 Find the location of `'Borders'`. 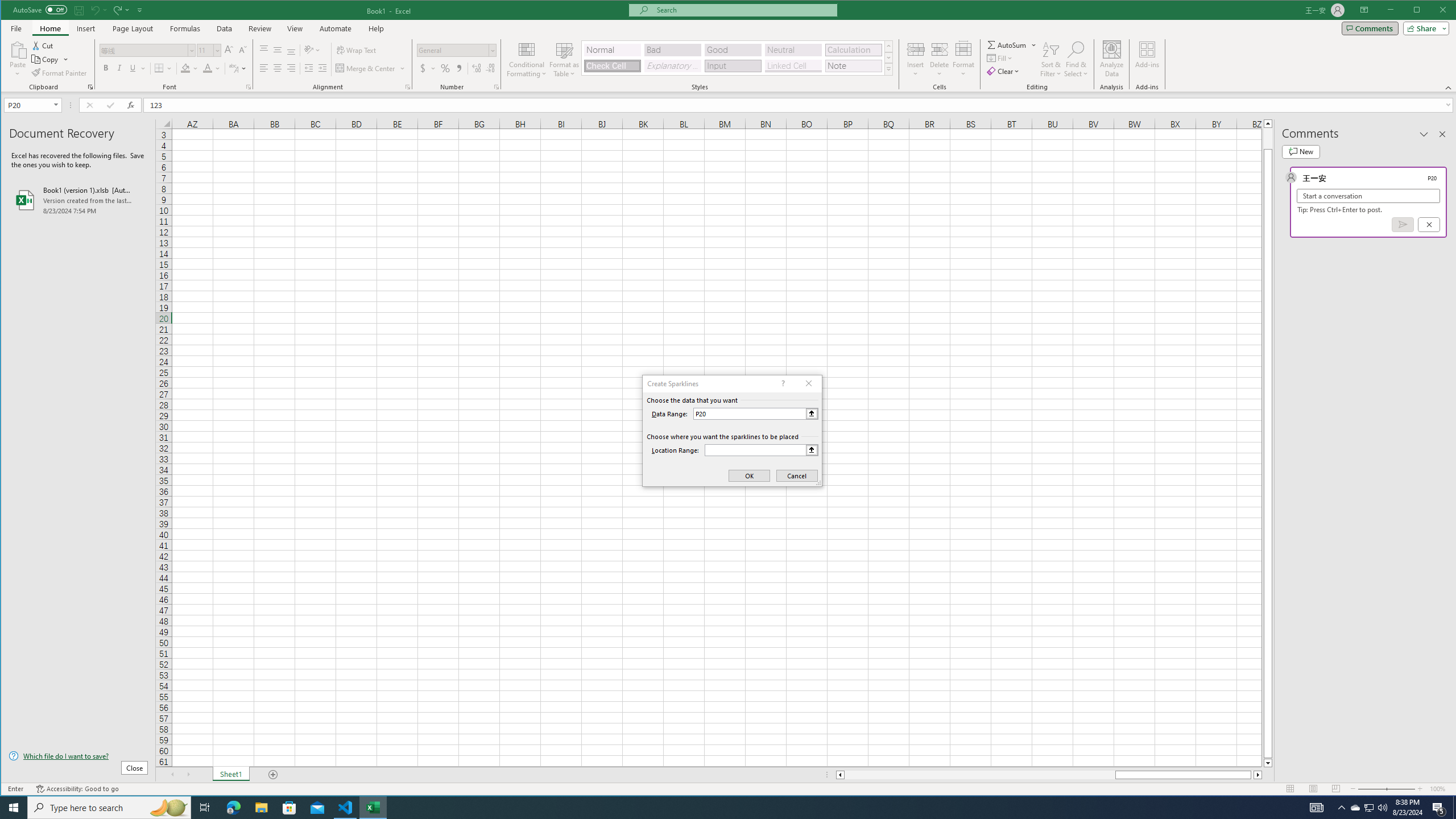

'Borders' is located at coordinates (164, 68).